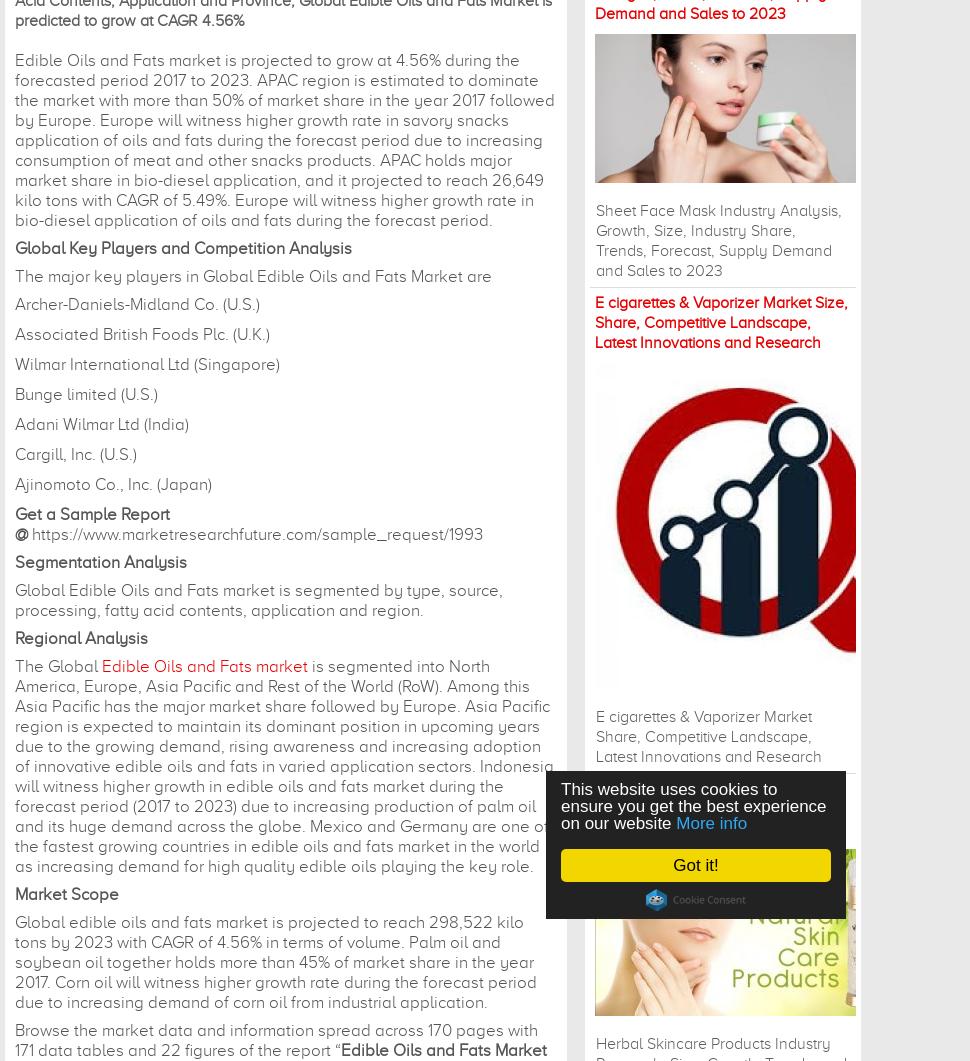 Image resolution: width=970 pixels, height=1061 pixels. Describe the element at coordinates (102, 423) in the screenshot. I see `'Adani Wilmar Ltd (India)'` at that location.